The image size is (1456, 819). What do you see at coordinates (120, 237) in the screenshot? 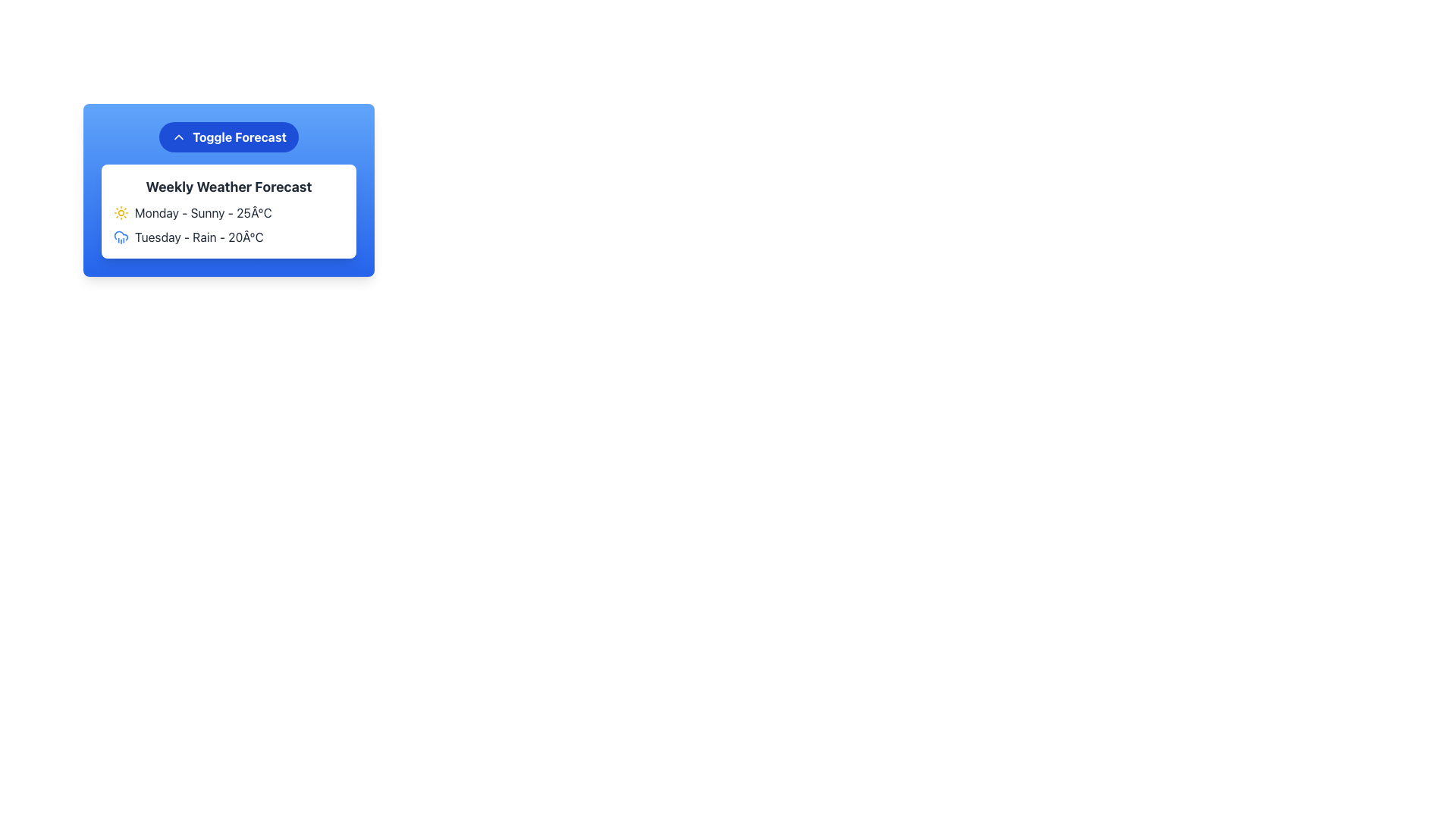
I see `the small blue cloud with rain icon located to the left of the text 'Tuesday - Rain - 20°C', which is the second icon in the 'Weekly Weather Forecast' section` at bounding box center [120, 237].